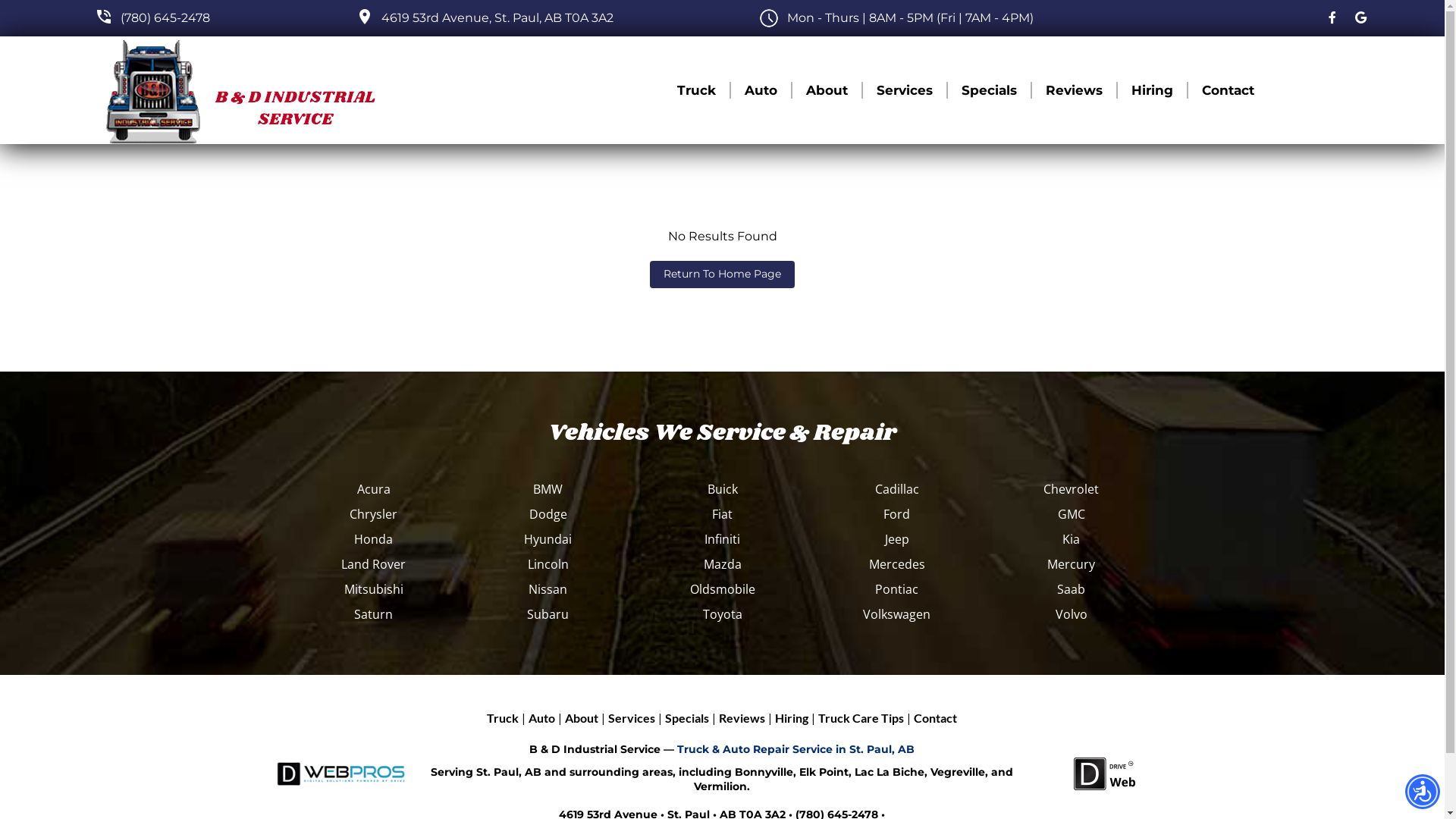 The width and height of the screenshot is (1456, 819). What do you see at coordinates (548, 538) in the screenshot?
I see `'Hyundai'` at bounding box center [548, 538].